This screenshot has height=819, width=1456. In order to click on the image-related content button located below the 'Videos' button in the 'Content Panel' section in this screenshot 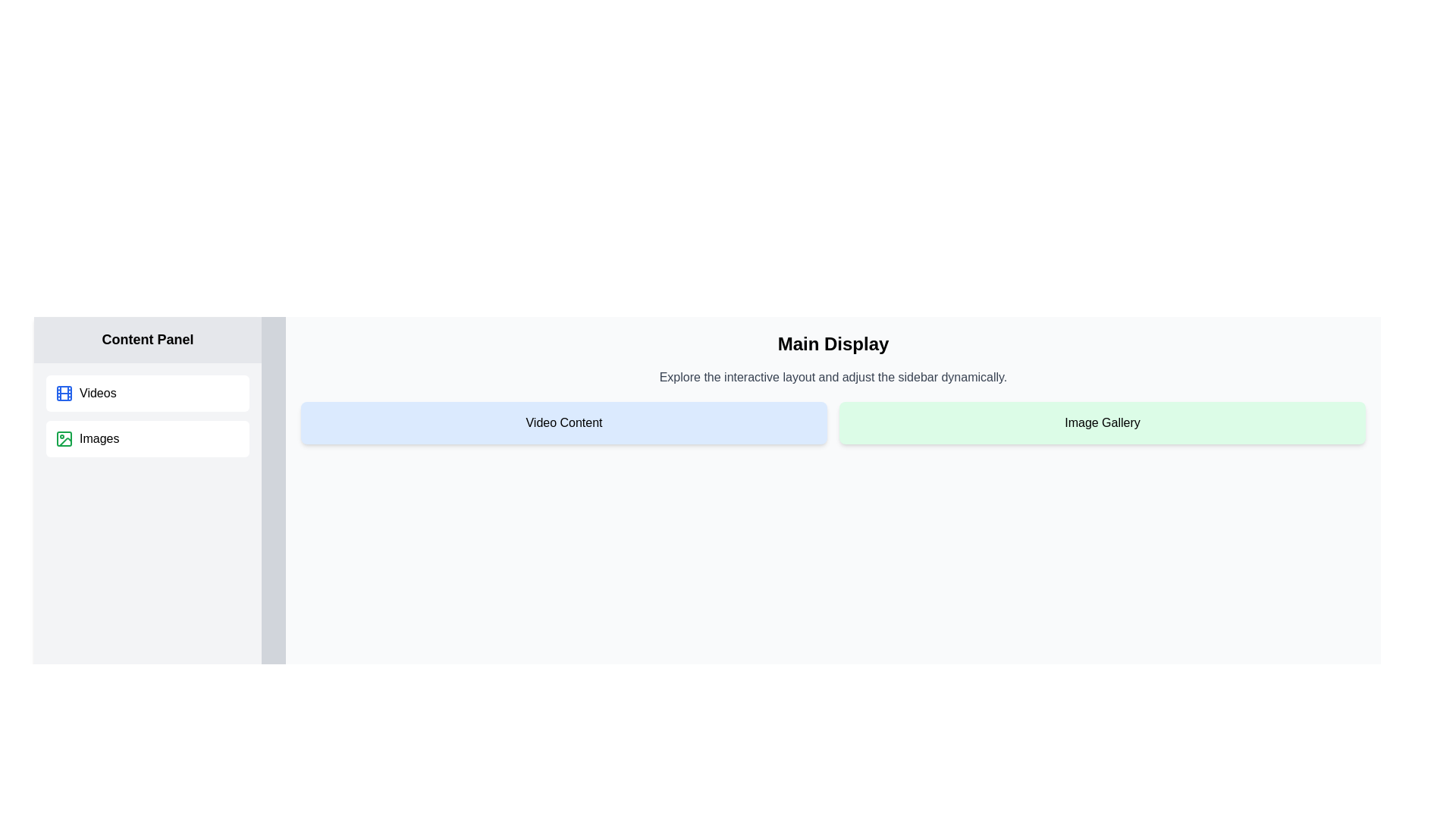, I will do `click(148, 438)`.